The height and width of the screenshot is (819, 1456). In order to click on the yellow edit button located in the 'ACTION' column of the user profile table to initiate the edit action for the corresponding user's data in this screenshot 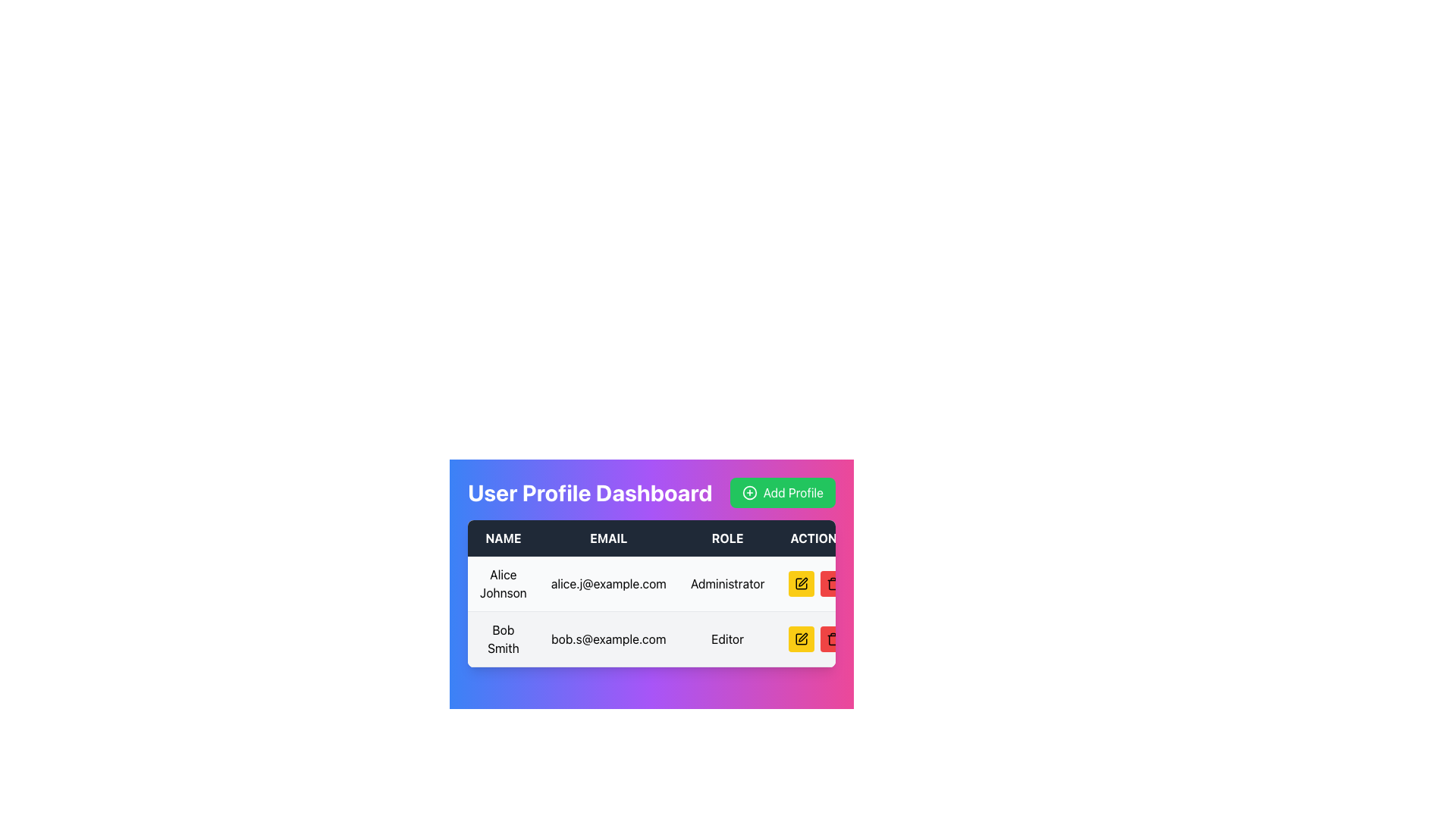, I will do `click(800, 583)`.